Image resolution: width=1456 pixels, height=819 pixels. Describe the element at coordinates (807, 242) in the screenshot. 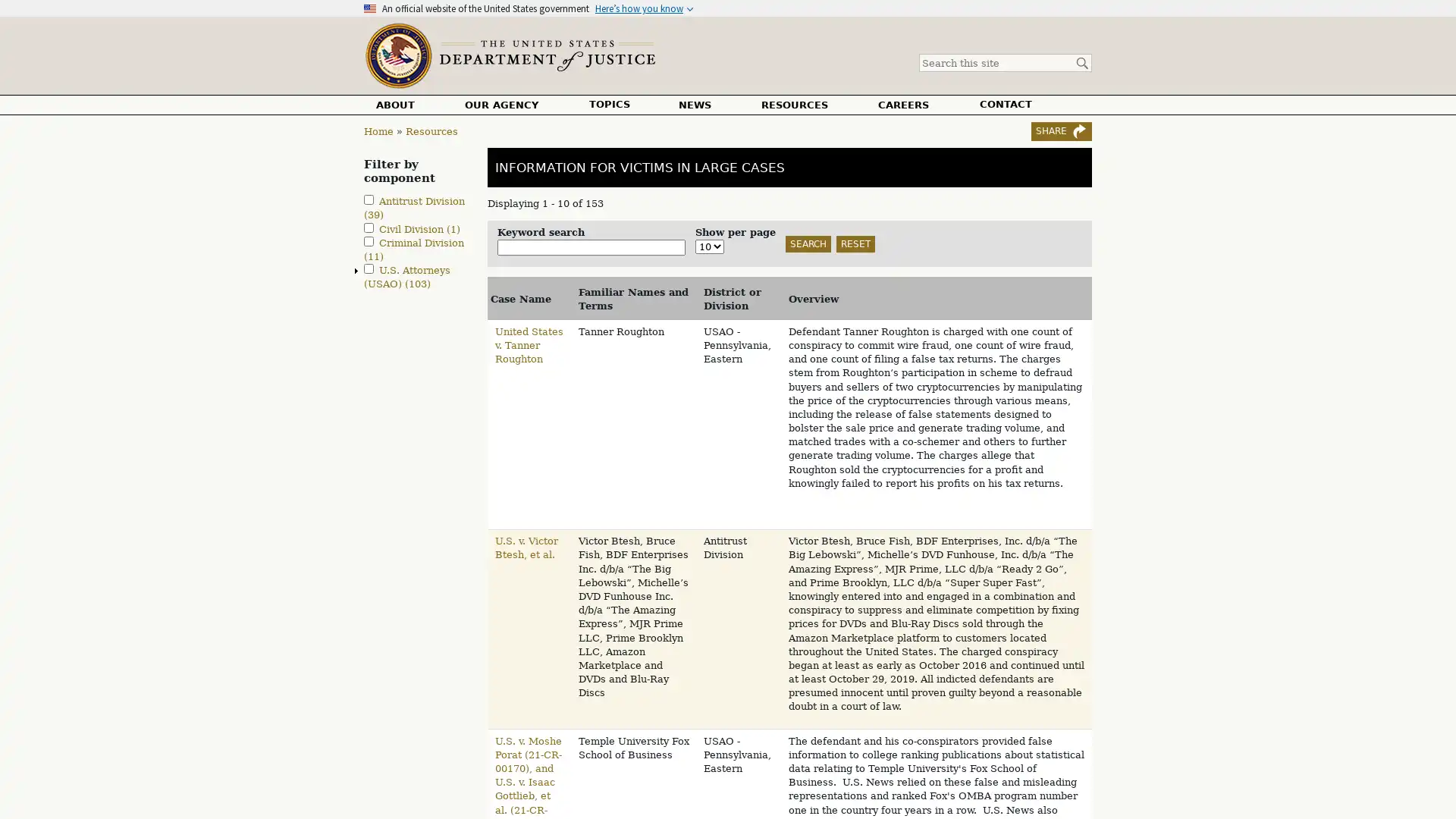

I see `Search` at that location.